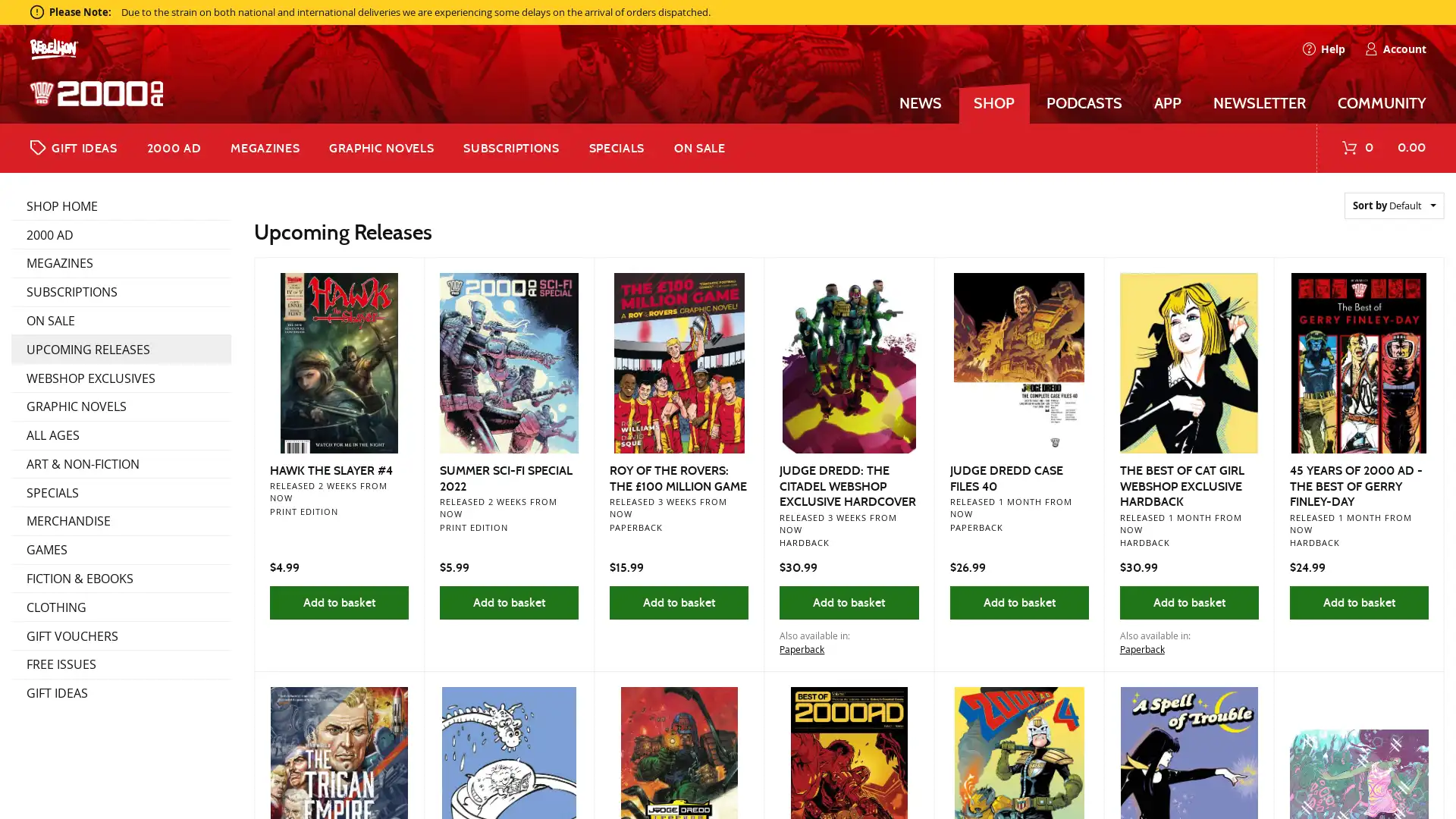 The image size is (1456, 819). Describe the element at coordinates (1018, 601) in the screenshot. I see `Add to basket` at that location.